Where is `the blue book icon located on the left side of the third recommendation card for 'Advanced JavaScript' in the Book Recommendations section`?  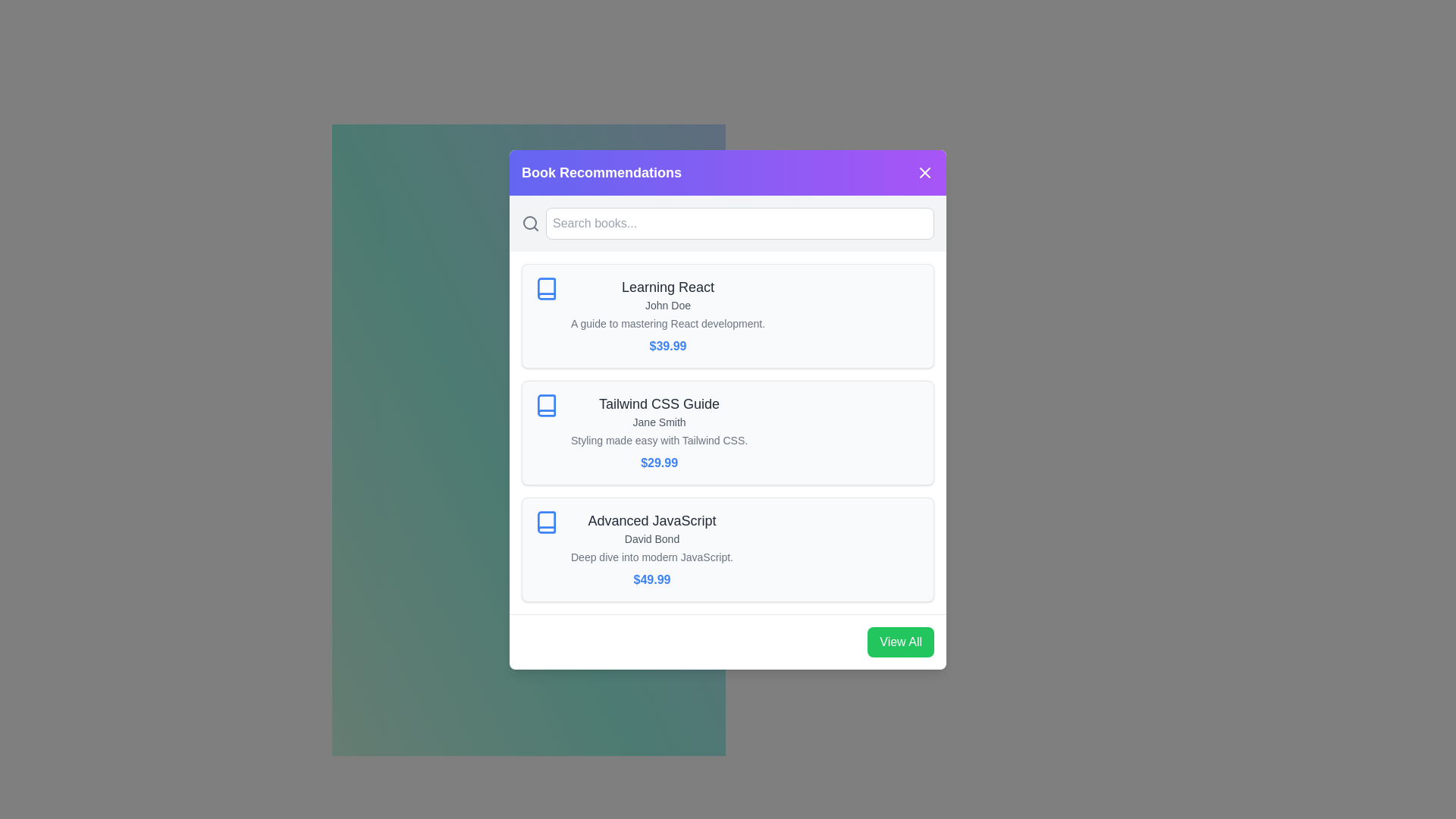
the blue book icon located on the left side of the third recommendation card for 'Advanced JavaScript' in the Book Recommendations section is located at coordinates (546, 521).